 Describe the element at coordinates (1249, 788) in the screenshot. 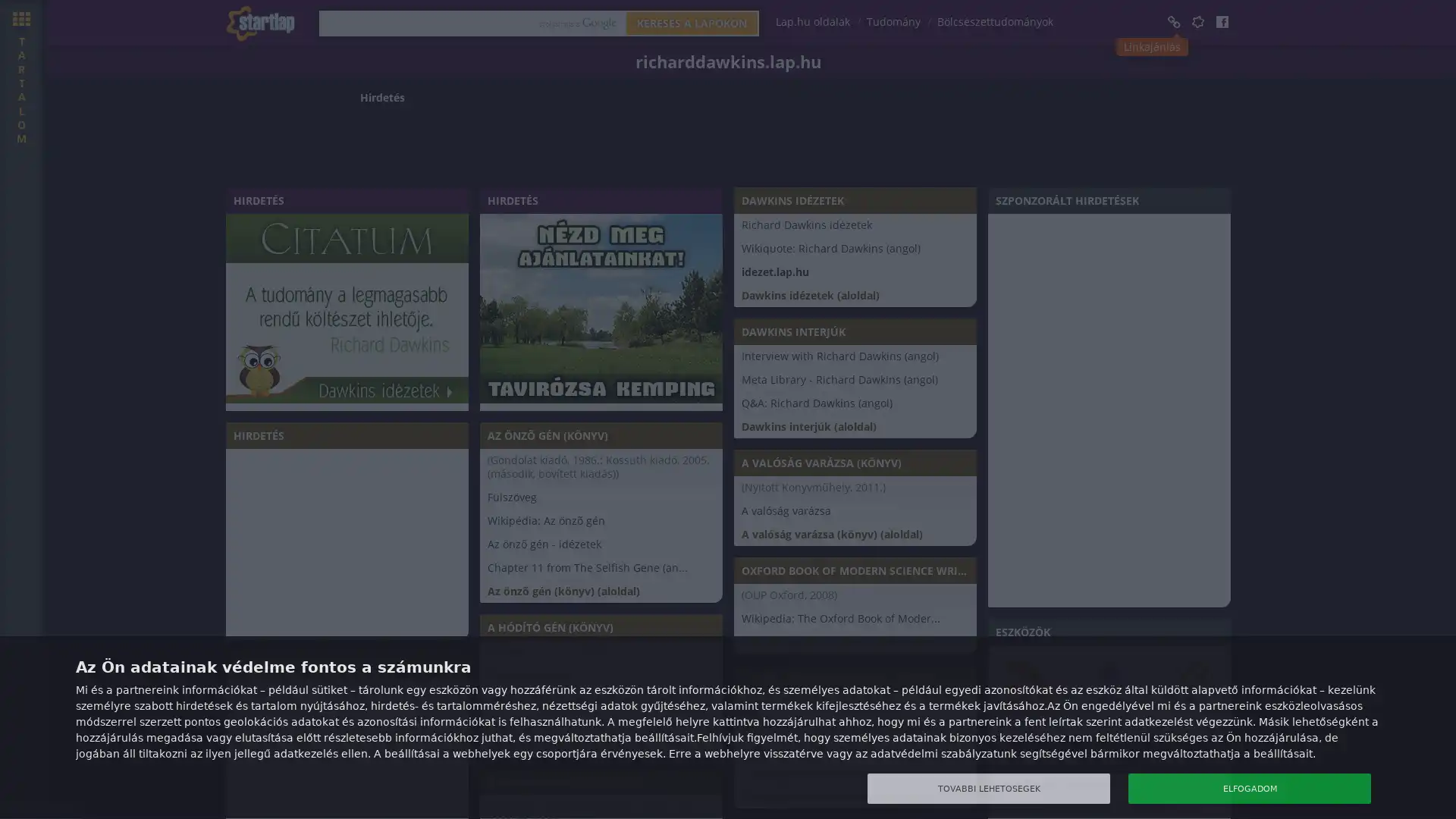

I see `ELFOGADOM` at that location.